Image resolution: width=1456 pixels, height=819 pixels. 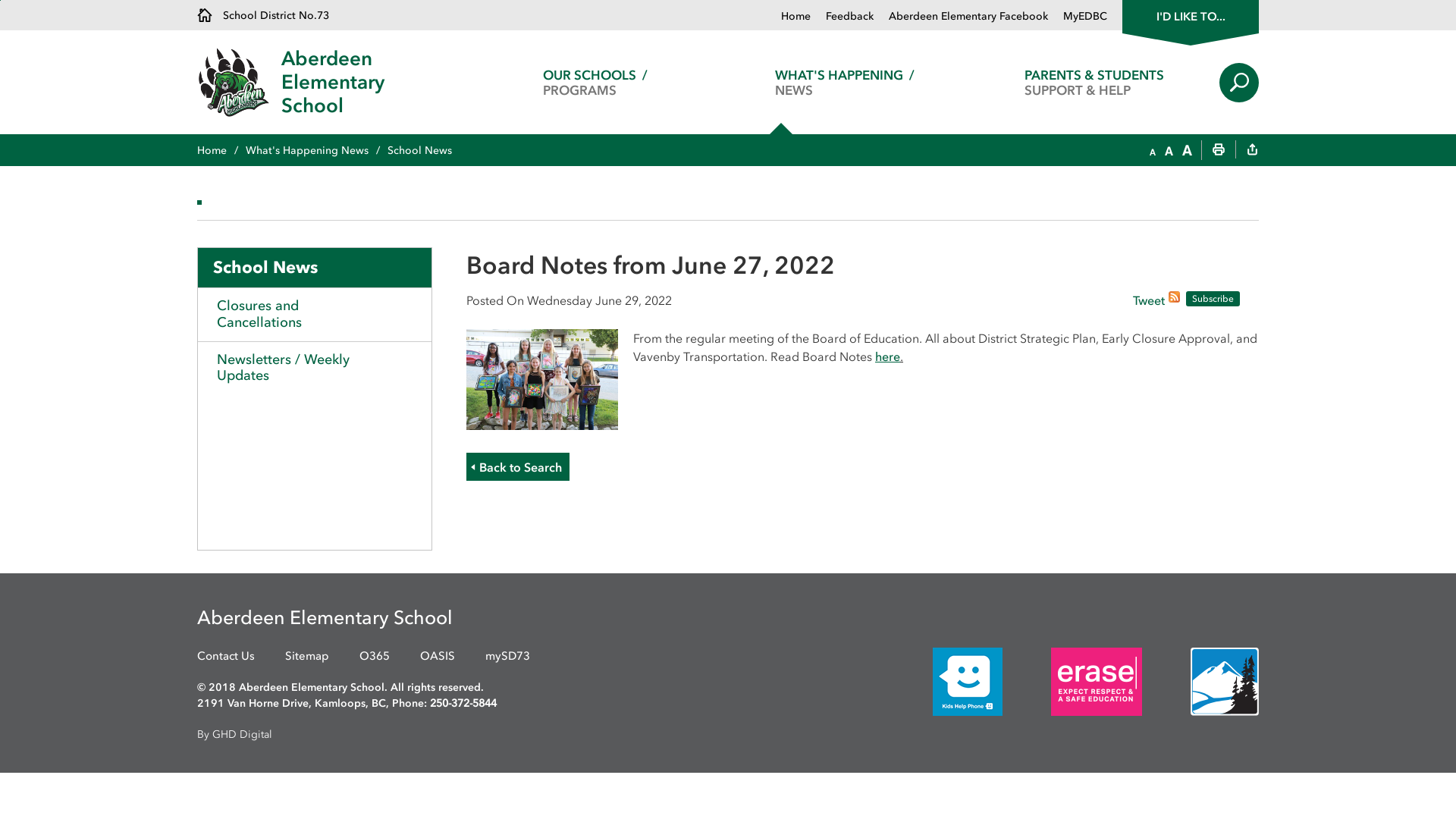 I want to click on 'Home', so click(x=196, y=150).